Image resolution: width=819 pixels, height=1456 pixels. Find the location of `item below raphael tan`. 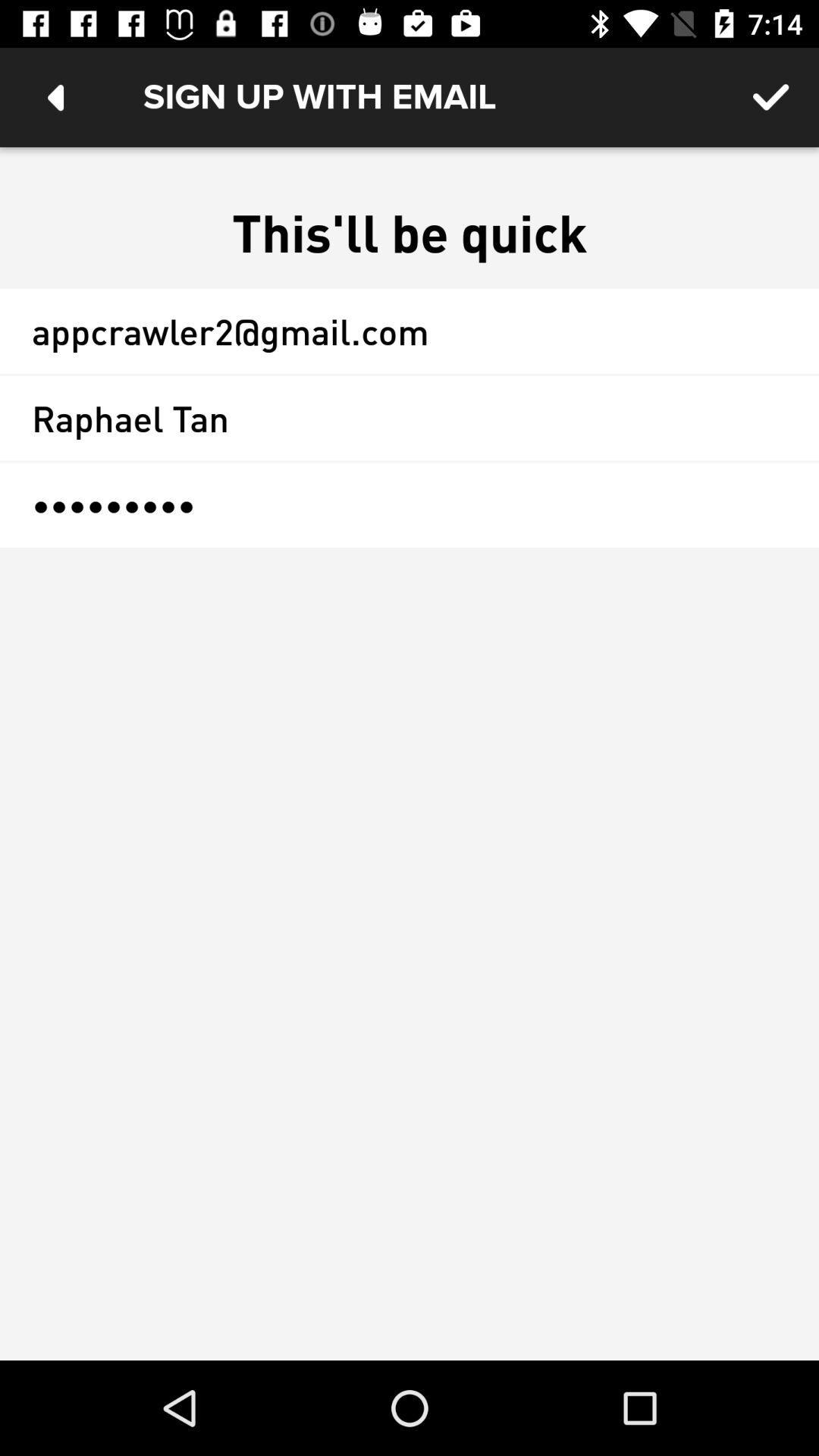

item below raphael tan is located at coordinates (409, 505).